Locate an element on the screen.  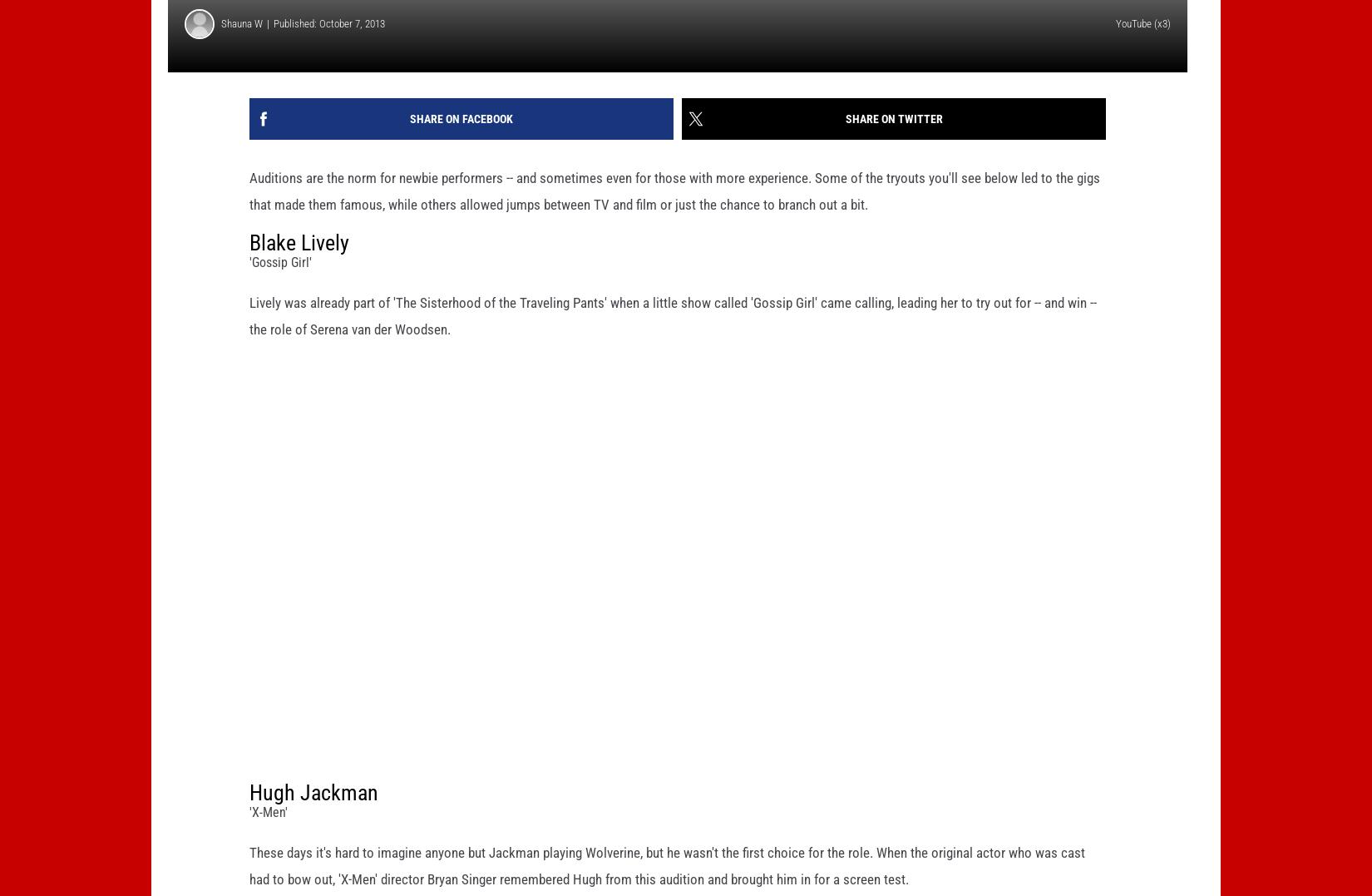
'Blake Lively' is located at coordinates (299, 268).